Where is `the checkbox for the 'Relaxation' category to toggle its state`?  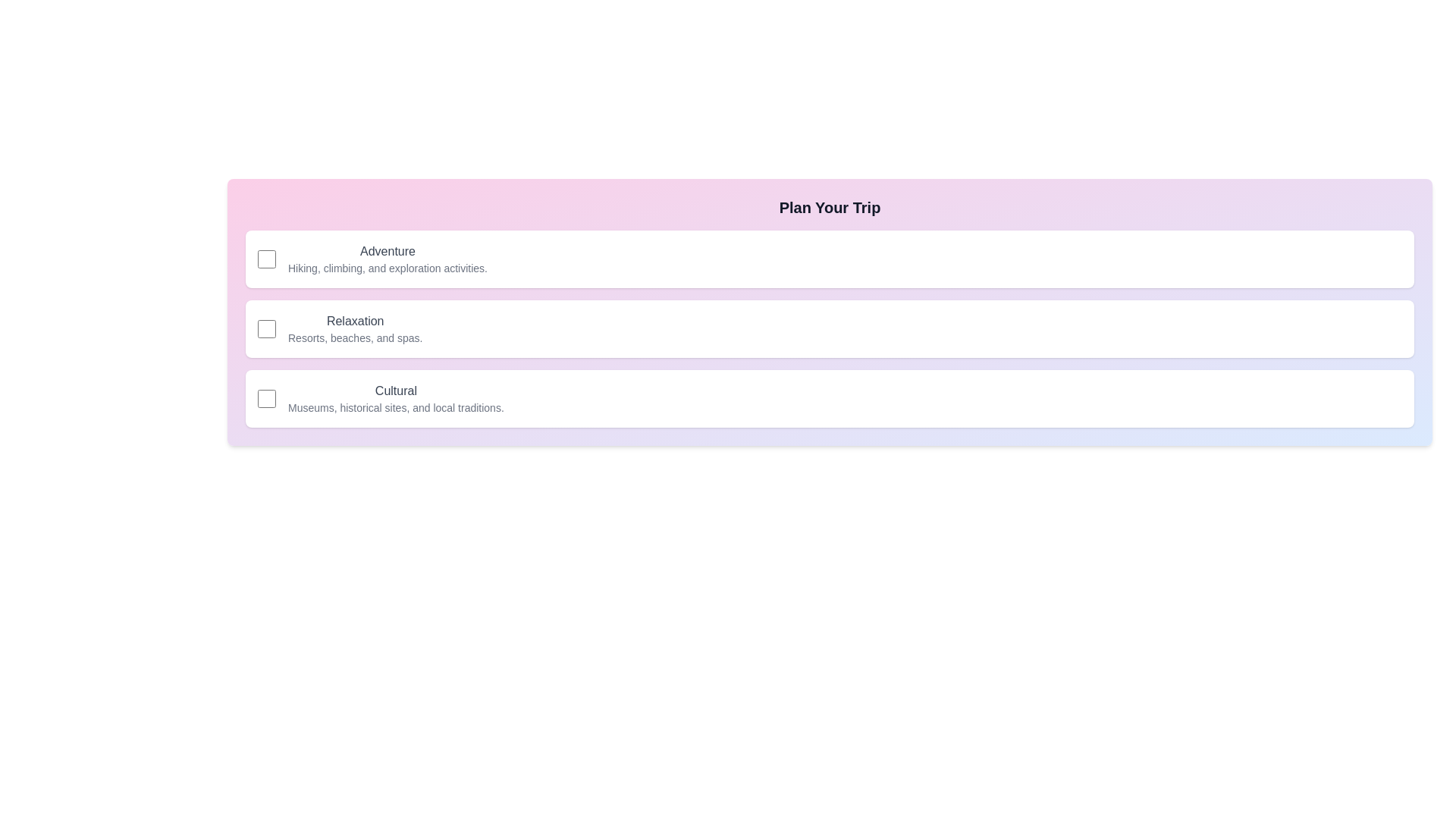
the checkbox for the 'Relaxation' category to toggle its state is located at coordinates (266, 328).